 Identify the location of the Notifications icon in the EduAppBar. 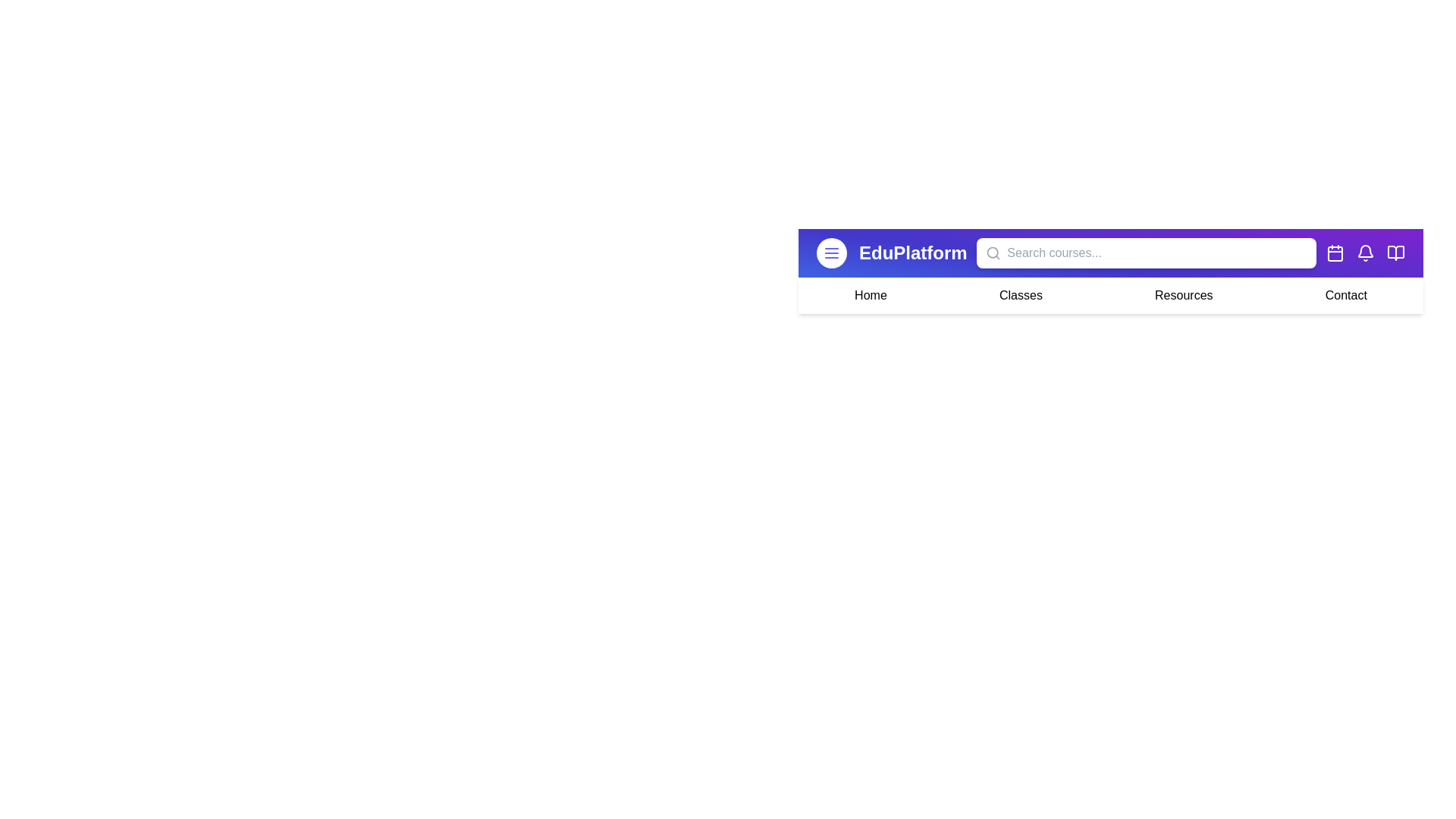
(1365, 253).